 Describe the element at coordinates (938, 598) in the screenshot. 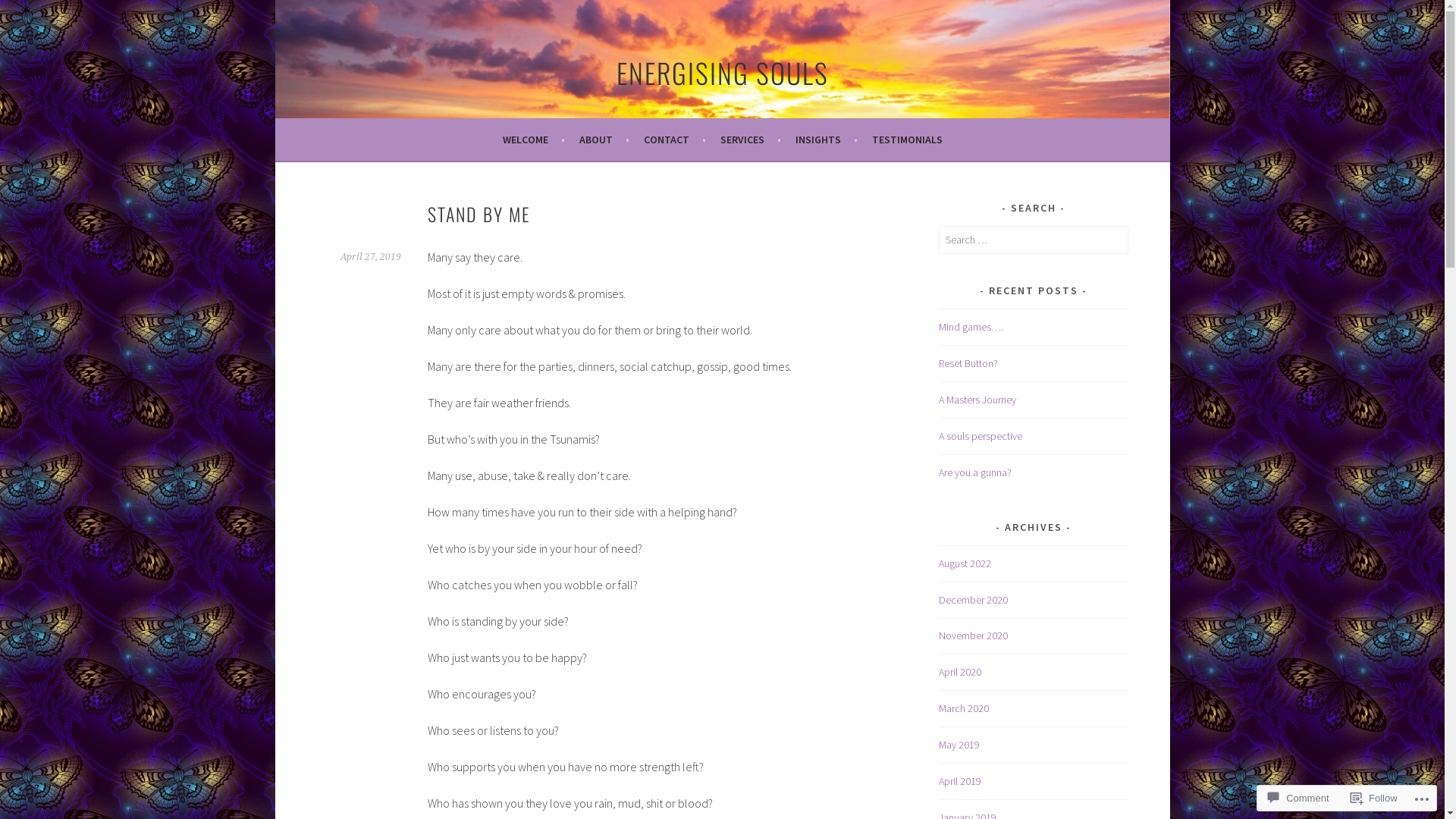

I see `'December 2020'` at that location.